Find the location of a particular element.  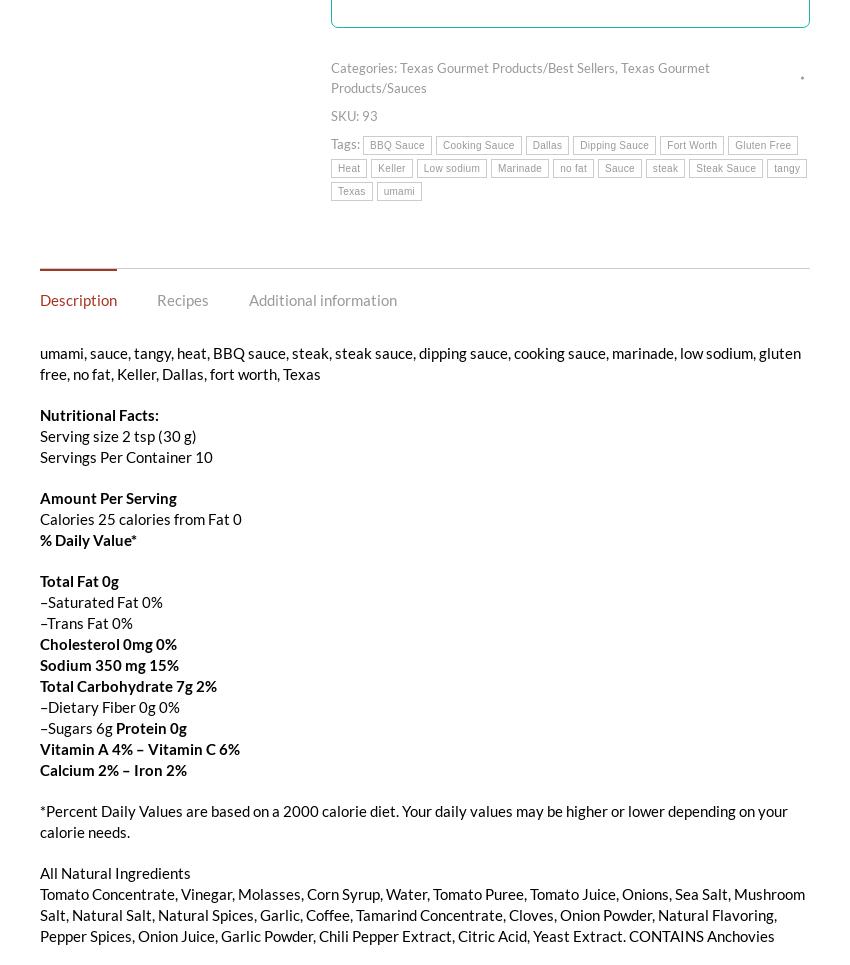

'Steak Sauce' is located at coordinates (725, 166).